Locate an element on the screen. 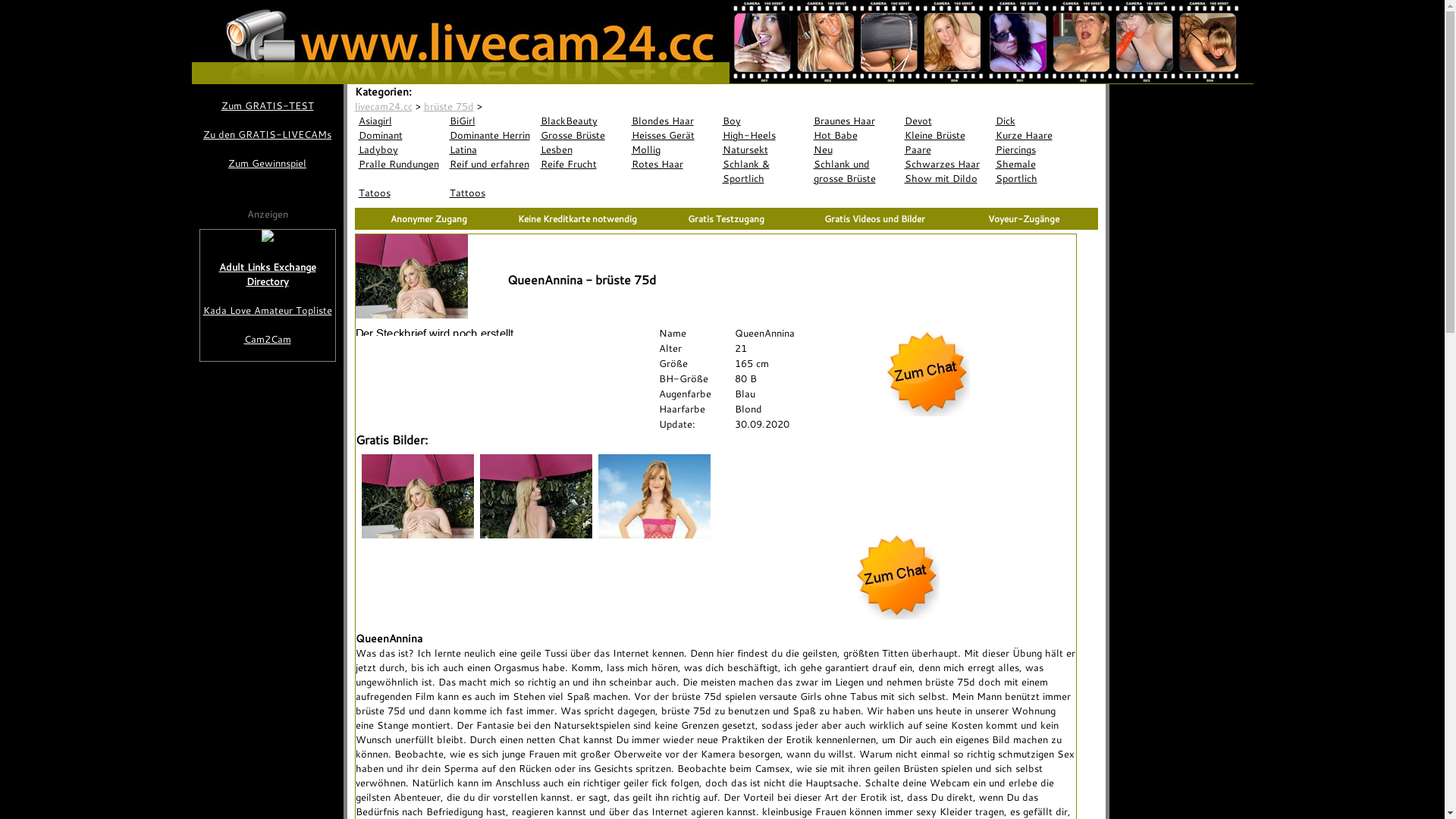 The image size is (1456, 819). 'Piercings' is located at coordinates (992, 149).